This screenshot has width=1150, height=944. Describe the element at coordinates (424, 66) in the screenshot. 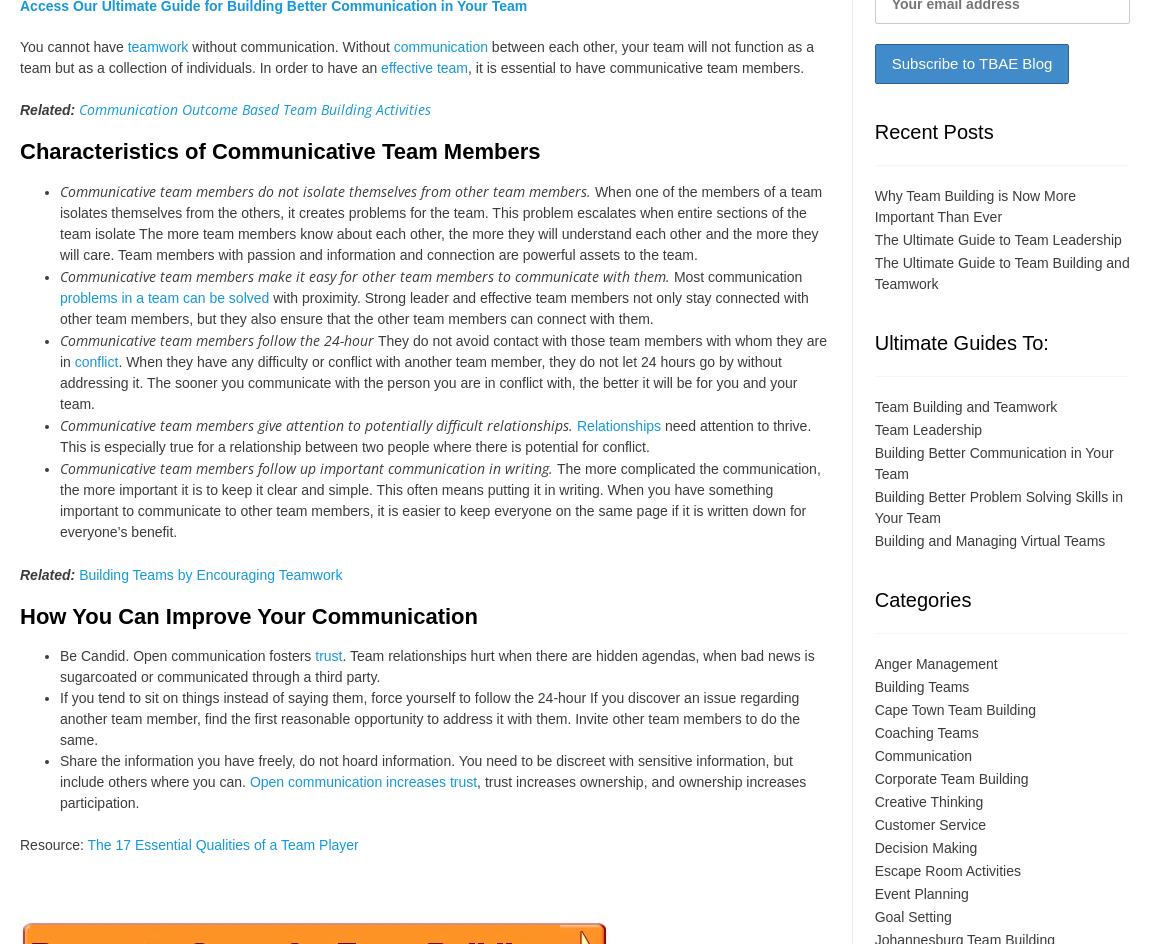

I see `'effective team'` at that location.